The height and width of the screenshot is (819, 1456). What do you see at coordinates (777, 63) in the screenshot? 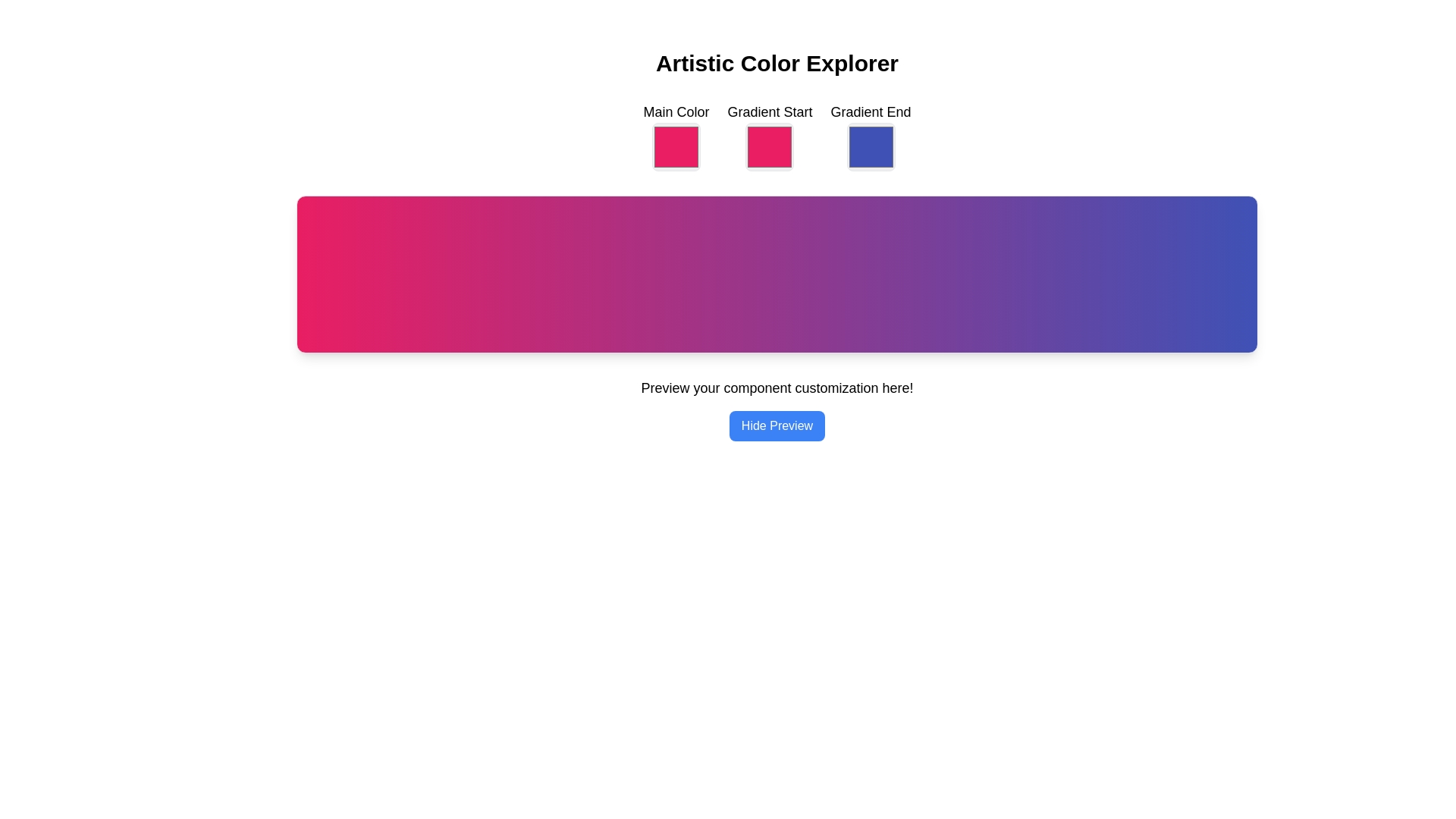
I see `the text label that serves as the title or heading for the interface, which is centrally located at the top, above the sections labeled 'Main Color', 'Gradient Start', and 'Gradient End'` at bounding box center [777, 63].